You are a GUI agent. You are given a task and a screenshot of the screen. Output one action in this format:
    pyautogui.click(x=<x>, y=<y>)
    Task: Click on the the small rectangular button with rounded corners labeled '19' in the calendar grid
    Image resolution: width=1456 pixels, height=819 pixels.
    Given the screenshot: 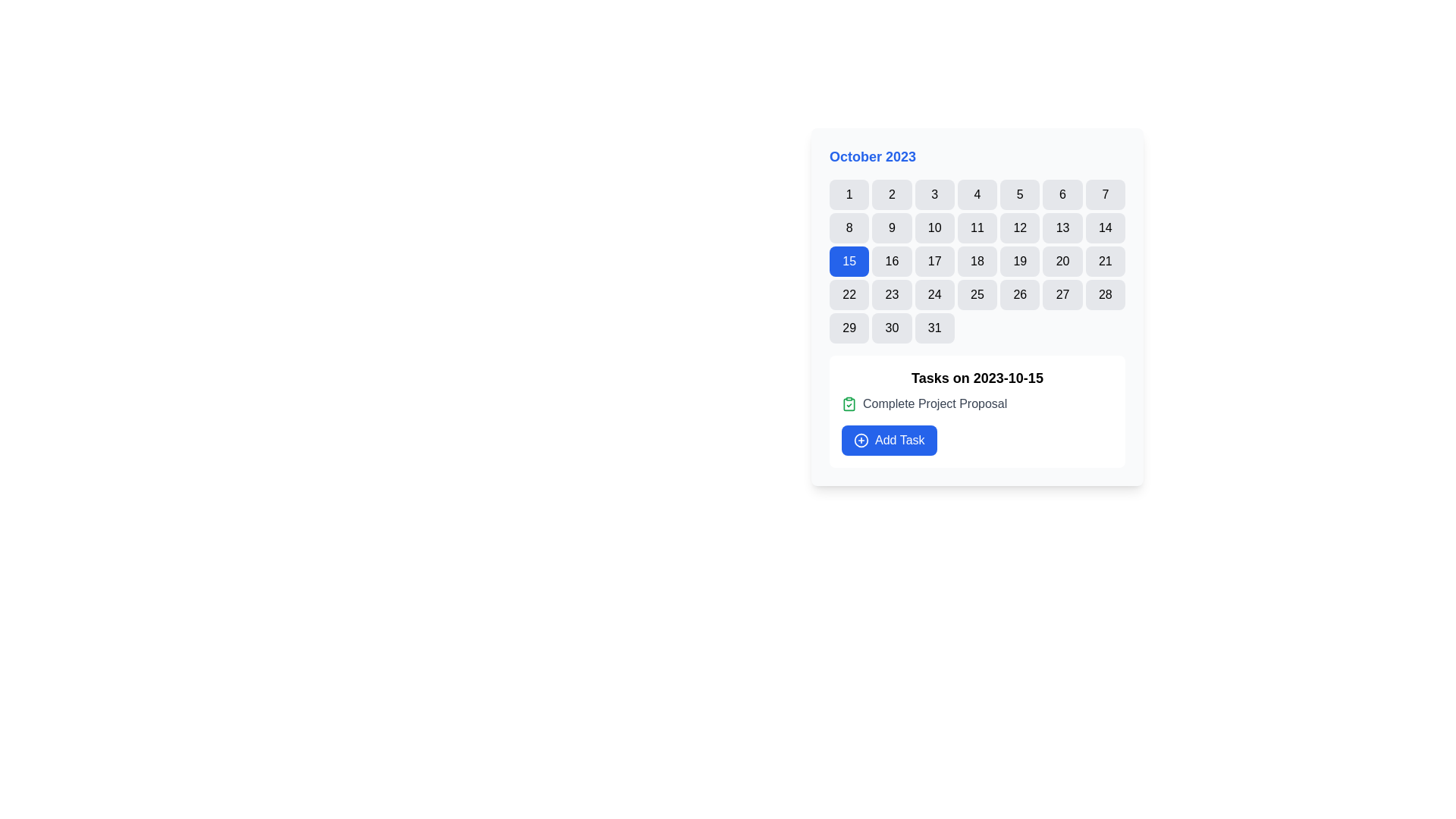 What is the action you would take?
    pyautogui.click(x=1020, y=260)
    